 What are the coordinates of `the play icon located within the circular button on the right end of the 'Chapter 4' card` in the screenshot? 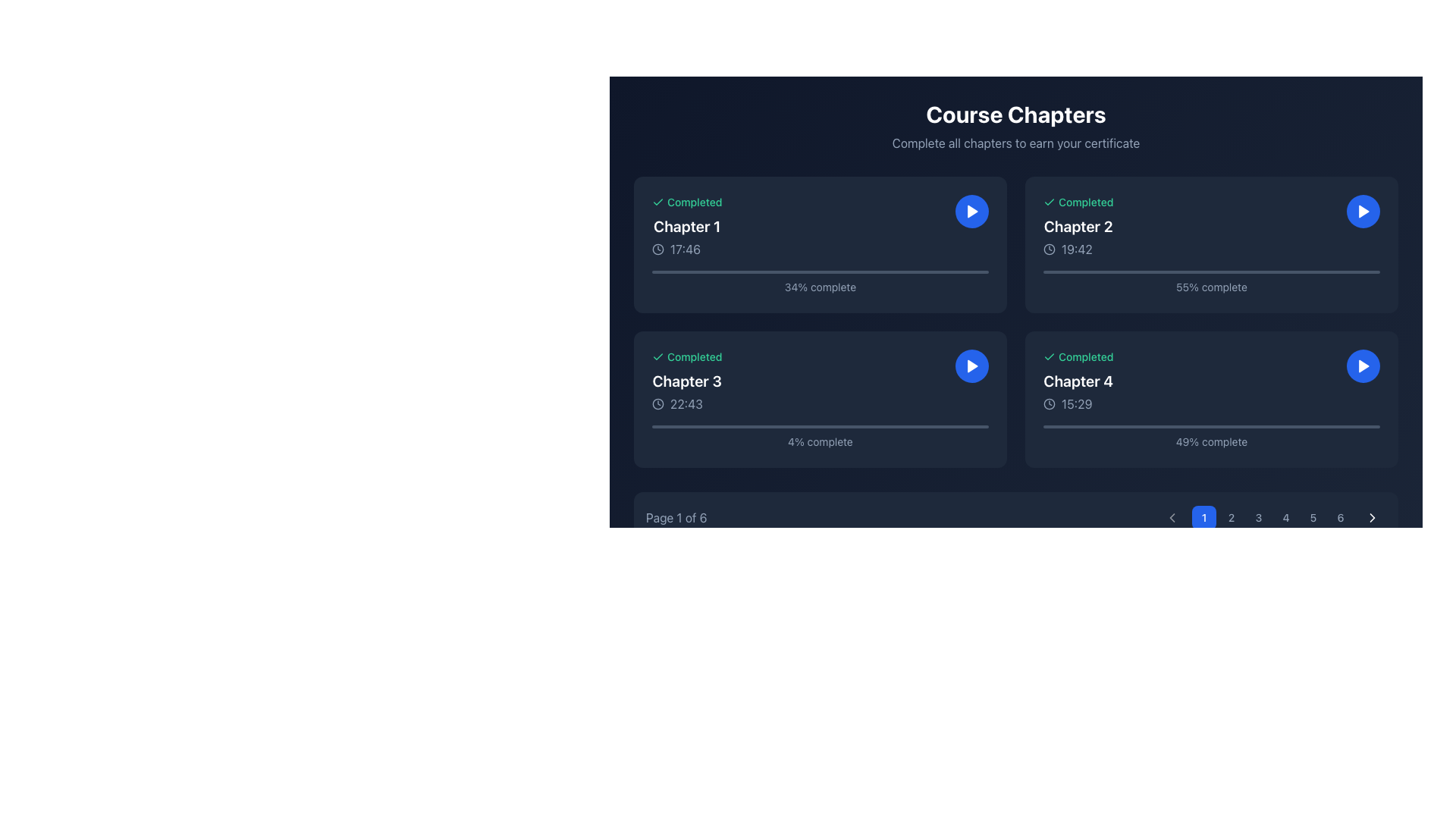 It's located at (1363, 366).